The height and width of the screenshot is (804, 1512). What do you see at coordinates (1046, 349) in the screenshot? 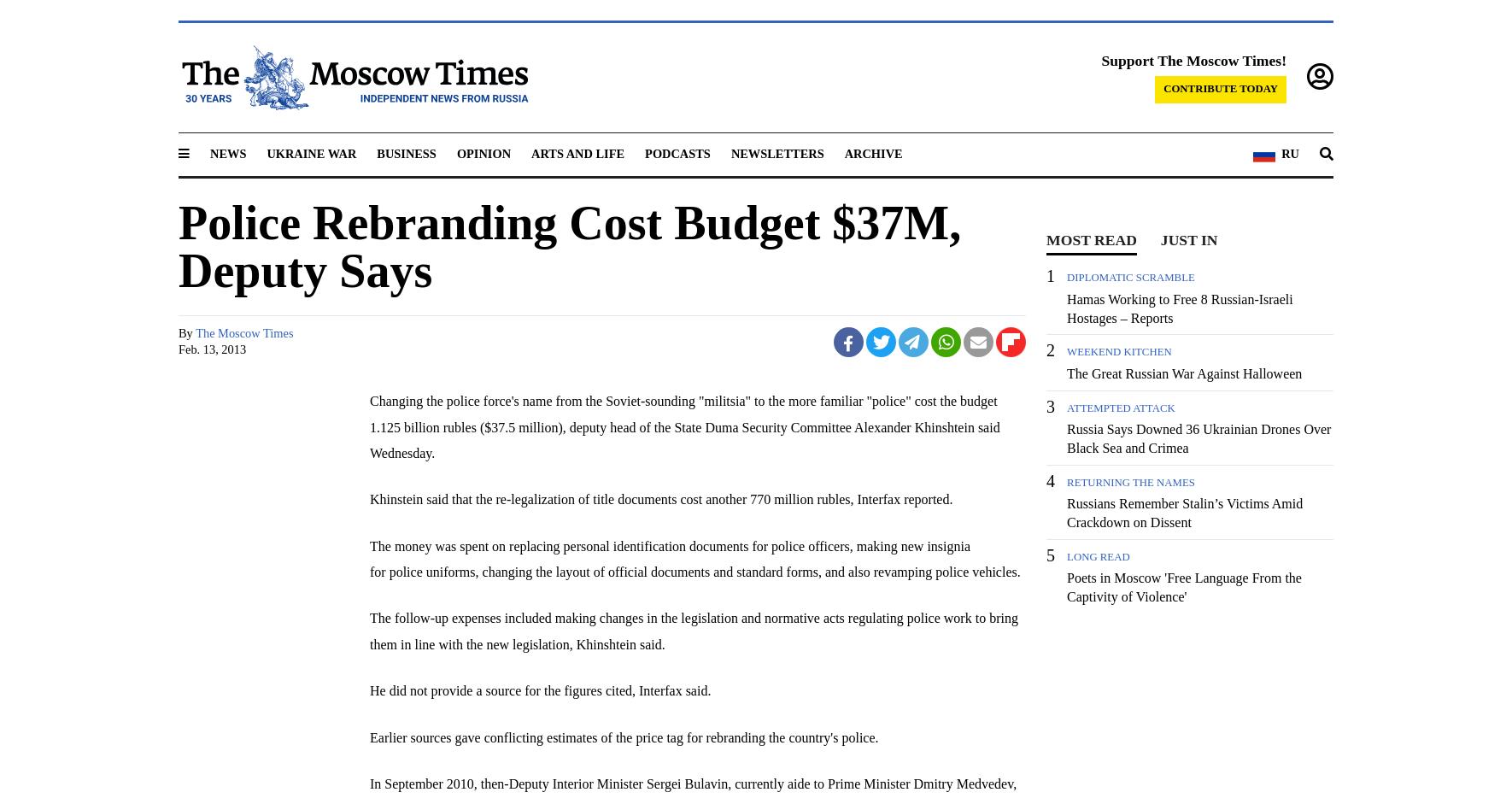
I see `'2'` at bounding box center [1046, 349].